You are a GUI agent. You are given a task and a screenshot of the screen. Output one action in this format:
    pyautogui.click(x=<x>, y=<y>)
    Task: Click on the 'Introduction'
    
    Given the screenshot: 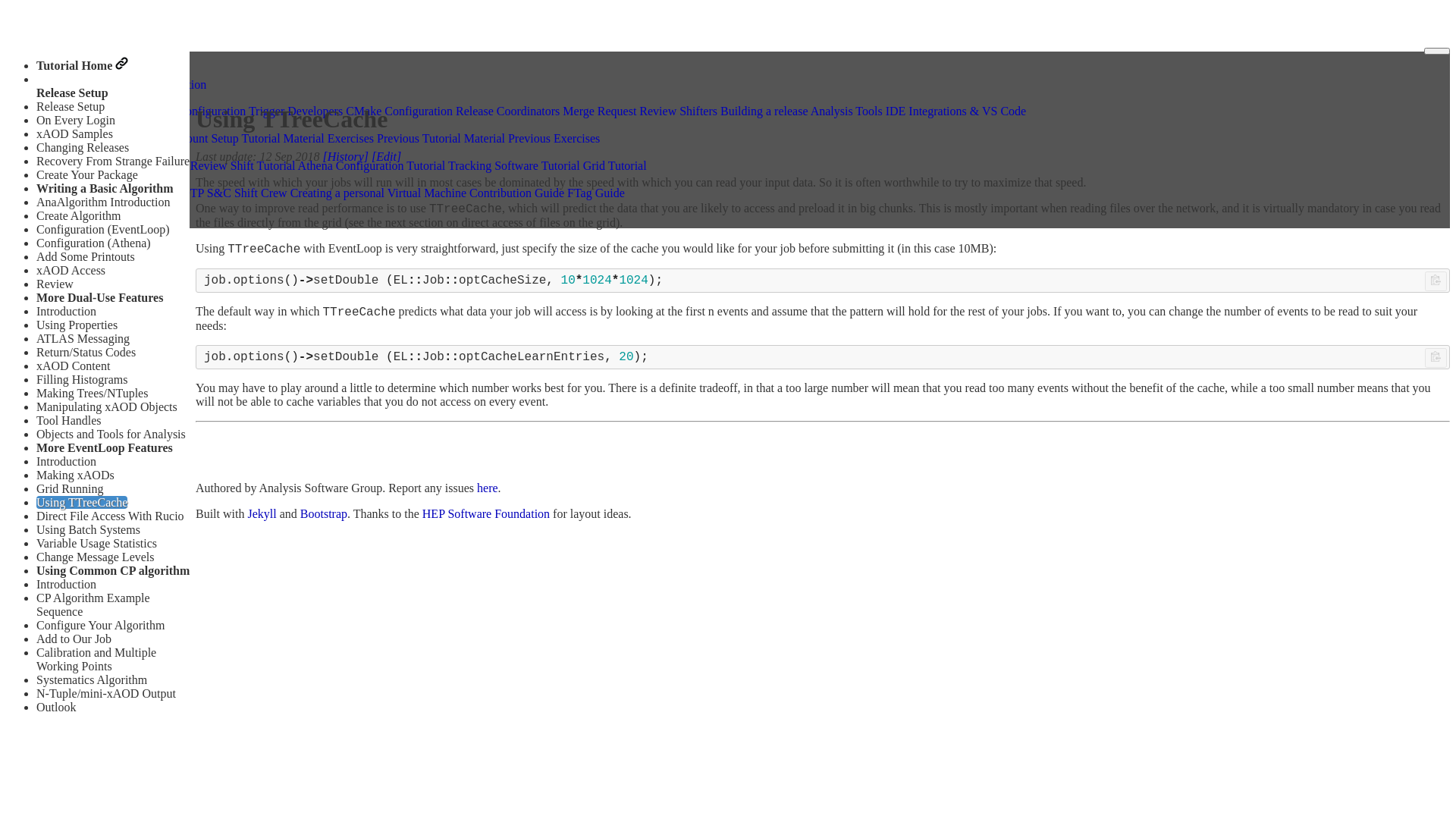 What is the action you would take?
    pyautogui.click(x=36, y=310)
    